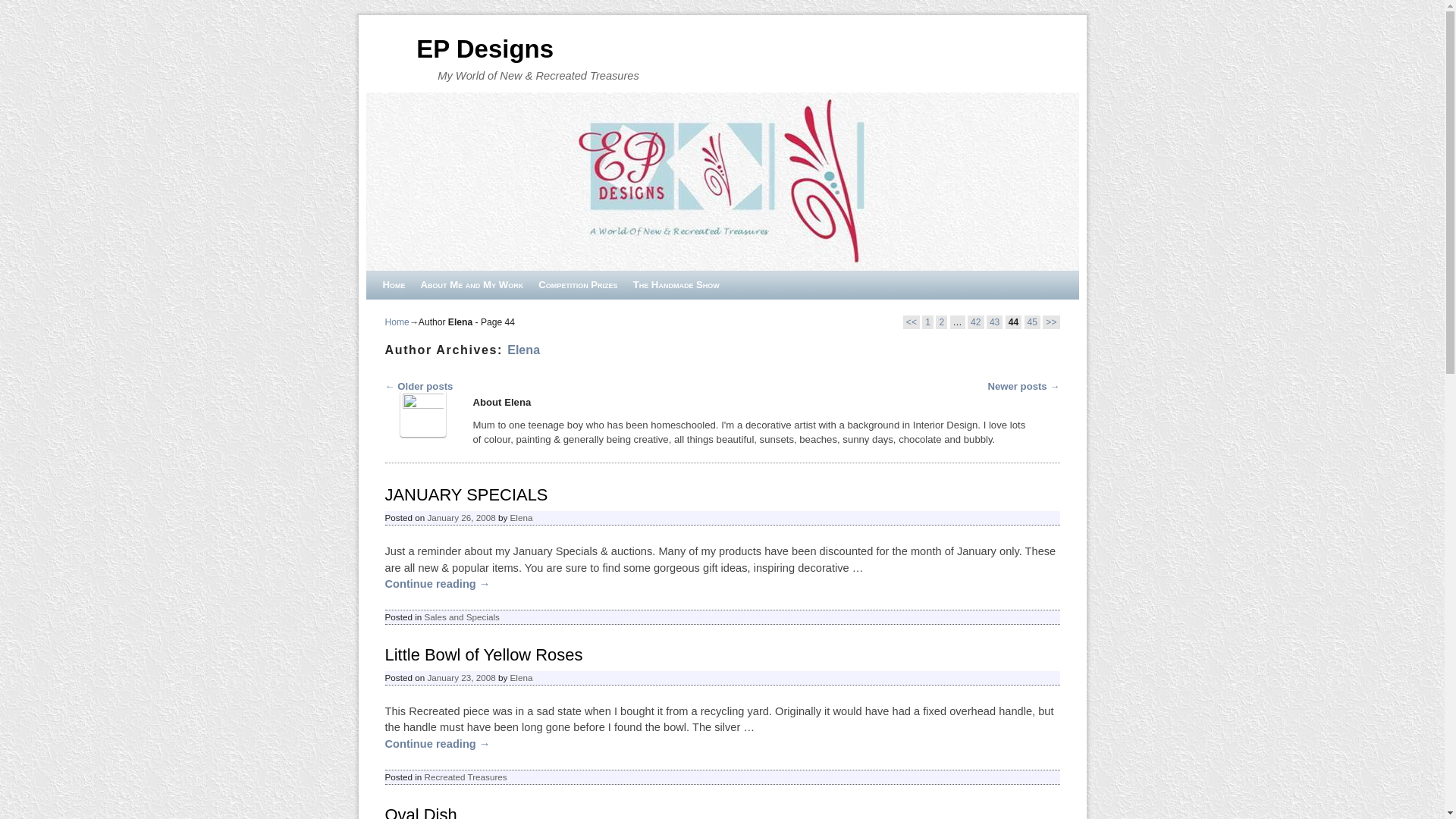 The image size is (1456, 819). I want to click on 'January 26, 2008', so click(460, 516).